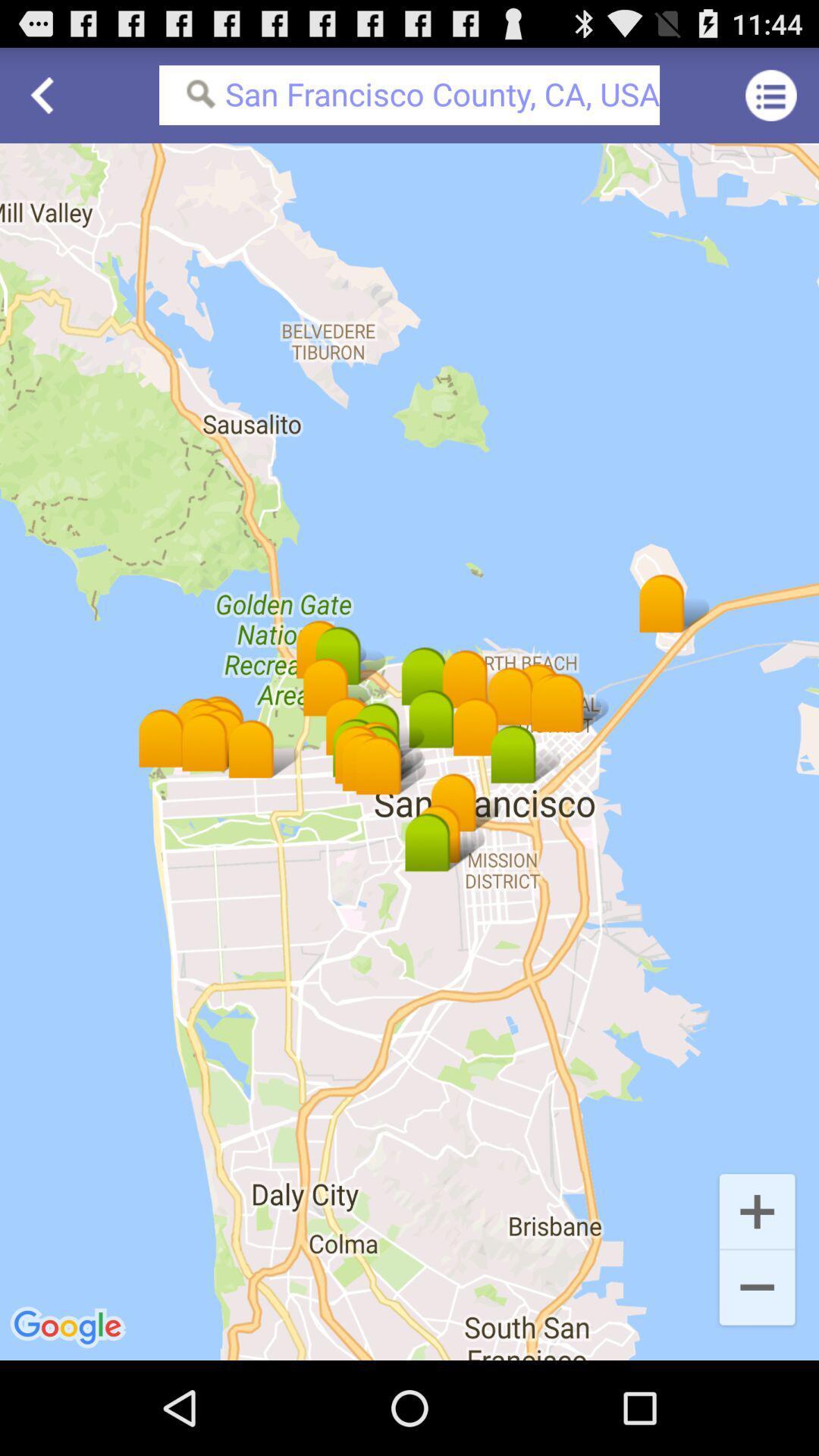  What do you see at coordinates (771, 94) in the screenshot?
I see `the icon next to san francisco county` at bounding box center [771, 94].